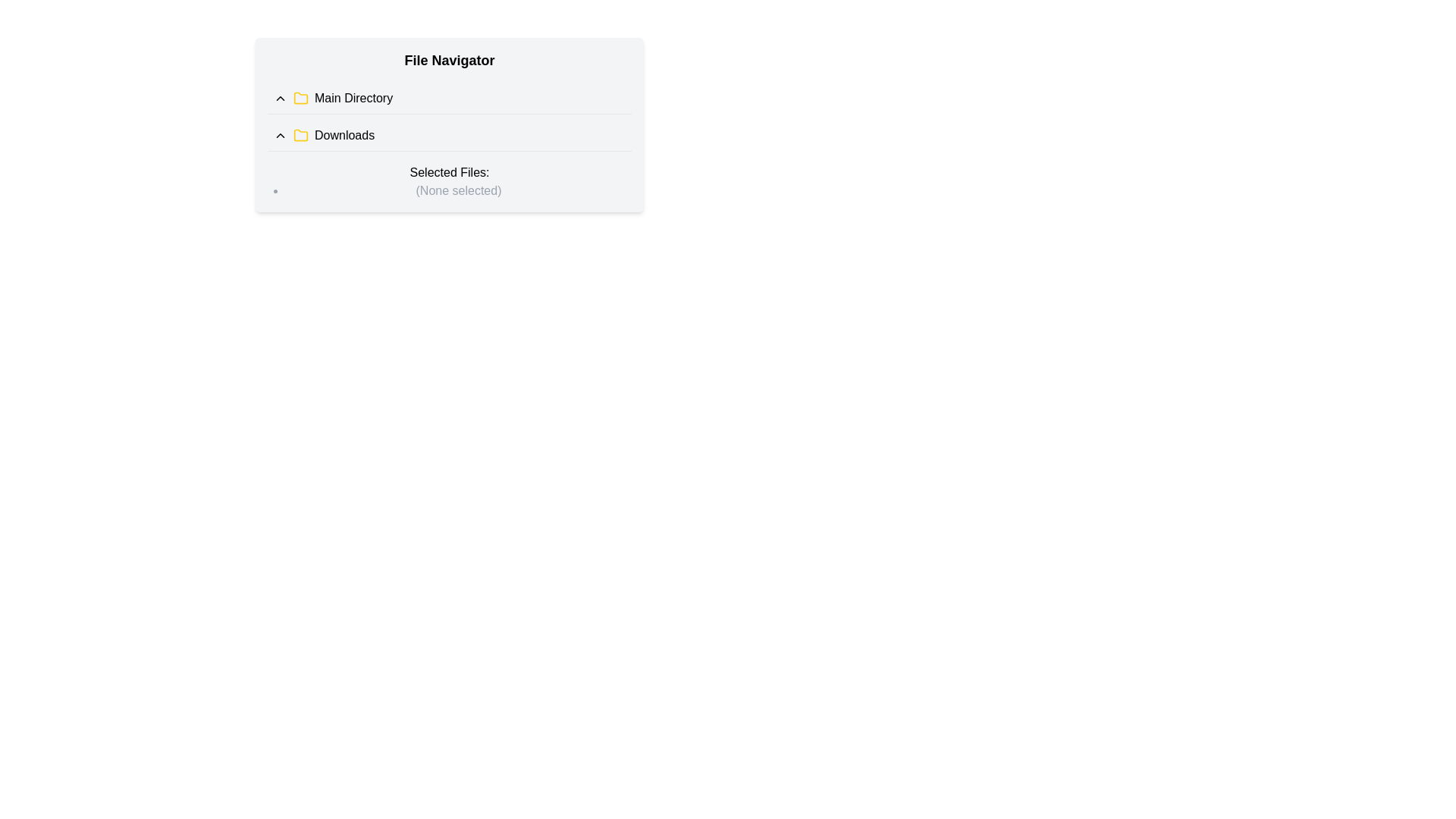 This screenshot has height=819, width=1456. Describe the element at coordinates (457, 190) in the screenshot. I see `the static text label displaying '(None selected)' in gray color, located under the 'Selected Files:' heading in the file navigation sidebar` at that location.